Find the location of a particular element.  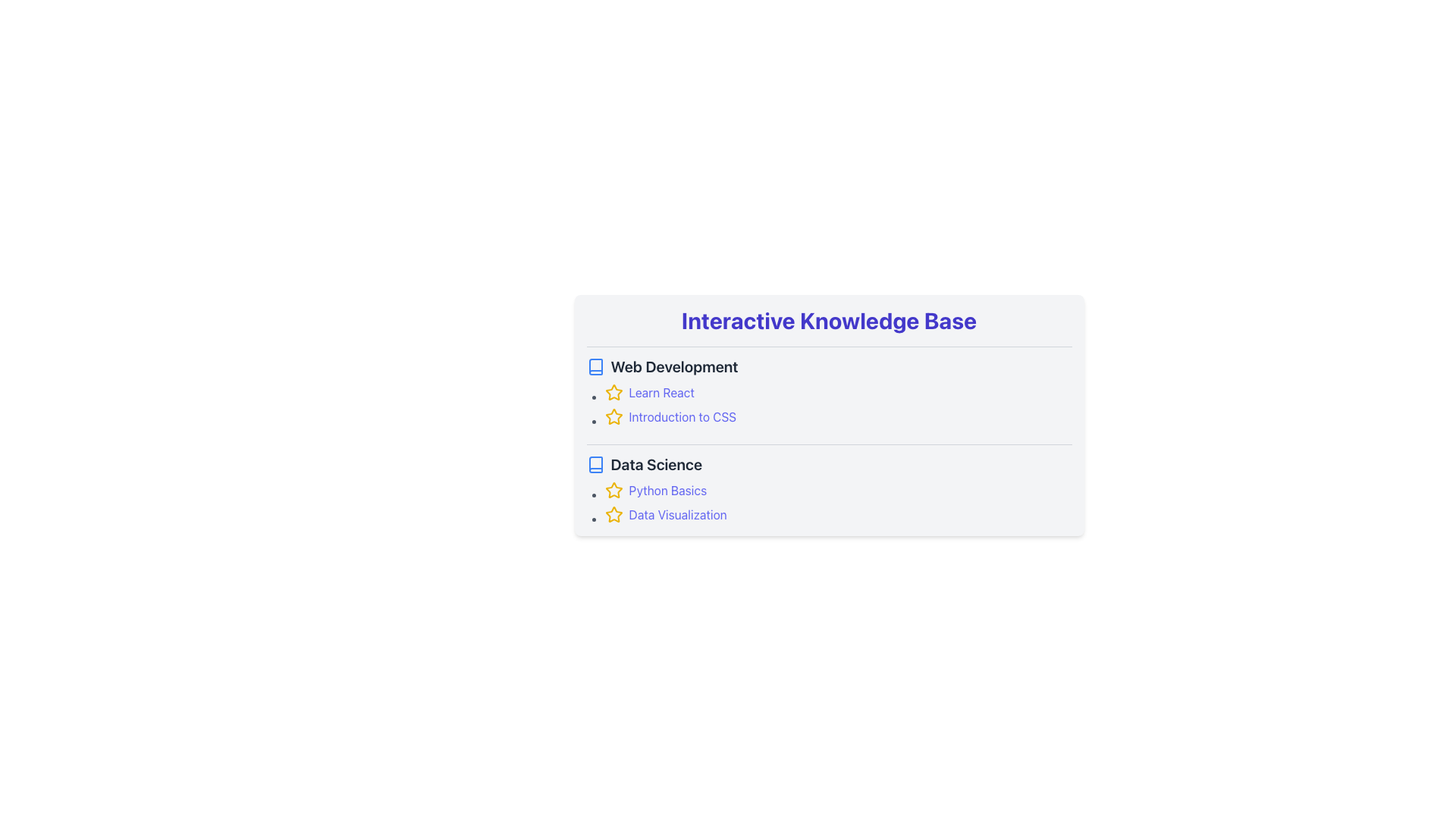

the yellow star icon located immediately to the left of the 'Learn React' text in the Web Development section is located at coordinates (613, 391).